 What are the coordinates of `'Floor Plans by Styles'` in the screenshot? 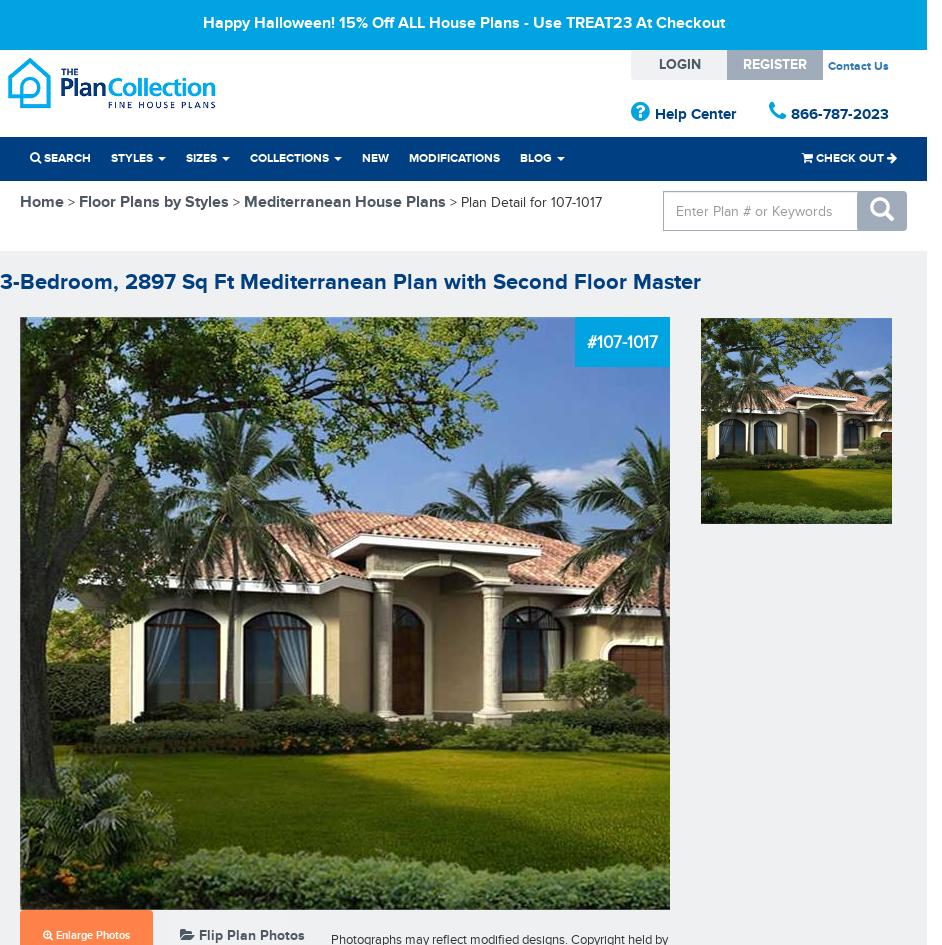 It's located at (78, 202).